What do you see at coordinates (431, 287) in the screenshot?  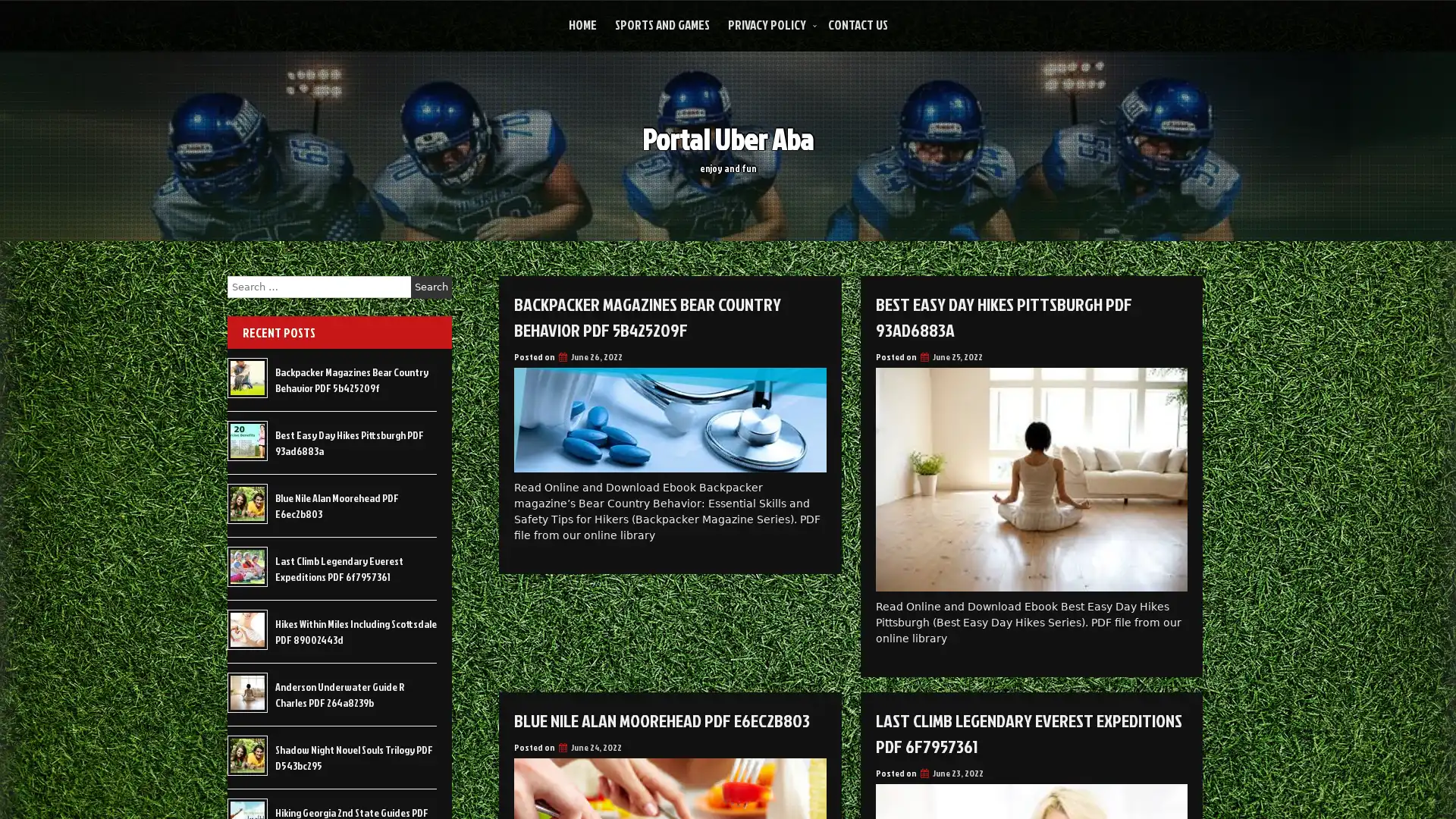 I see `Search` at bounding box center [431, 287].